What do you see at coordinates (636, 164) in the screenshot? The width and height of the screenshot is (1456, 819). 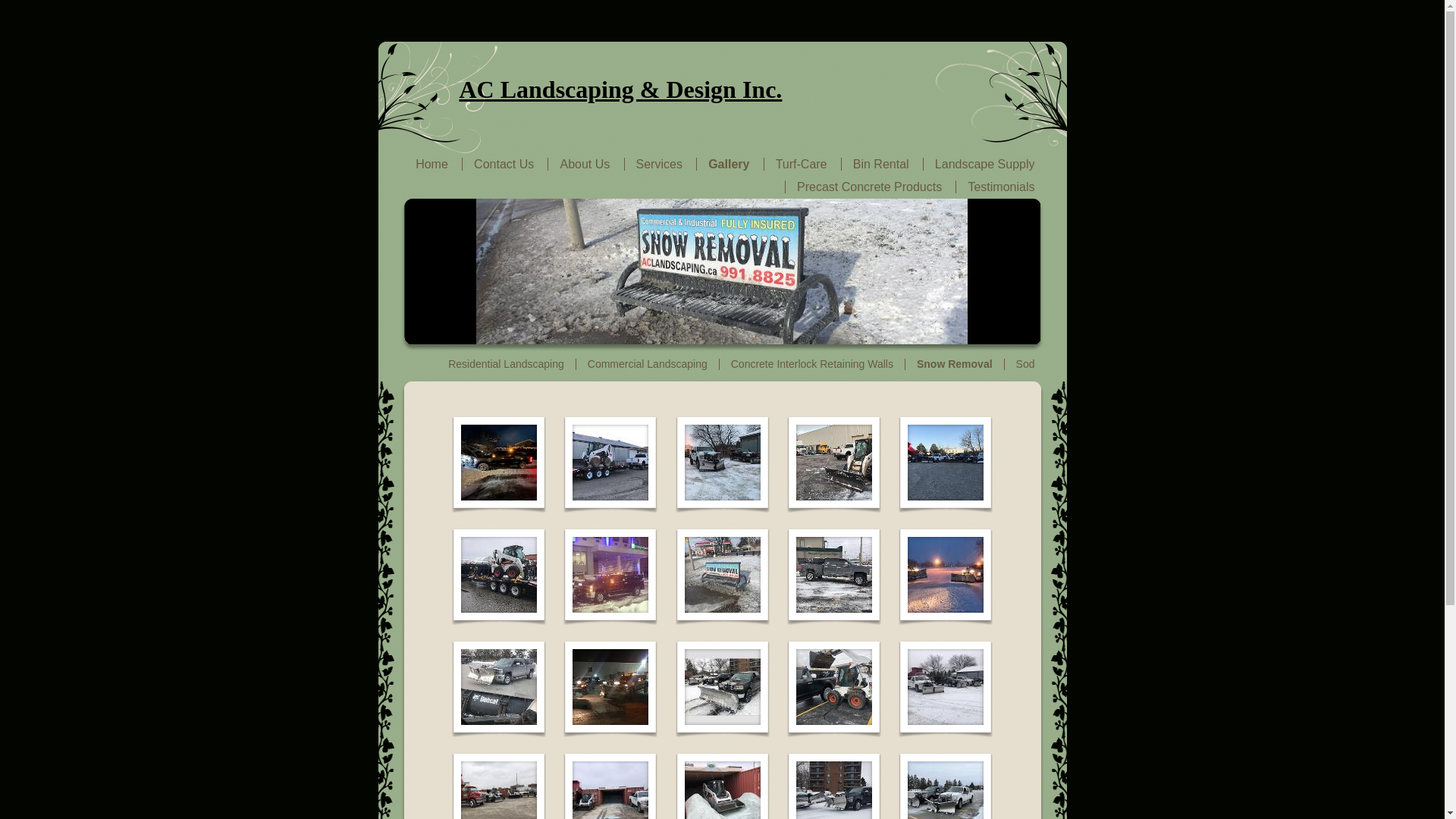 I see `'Services'` at bounding box center [636, 164].